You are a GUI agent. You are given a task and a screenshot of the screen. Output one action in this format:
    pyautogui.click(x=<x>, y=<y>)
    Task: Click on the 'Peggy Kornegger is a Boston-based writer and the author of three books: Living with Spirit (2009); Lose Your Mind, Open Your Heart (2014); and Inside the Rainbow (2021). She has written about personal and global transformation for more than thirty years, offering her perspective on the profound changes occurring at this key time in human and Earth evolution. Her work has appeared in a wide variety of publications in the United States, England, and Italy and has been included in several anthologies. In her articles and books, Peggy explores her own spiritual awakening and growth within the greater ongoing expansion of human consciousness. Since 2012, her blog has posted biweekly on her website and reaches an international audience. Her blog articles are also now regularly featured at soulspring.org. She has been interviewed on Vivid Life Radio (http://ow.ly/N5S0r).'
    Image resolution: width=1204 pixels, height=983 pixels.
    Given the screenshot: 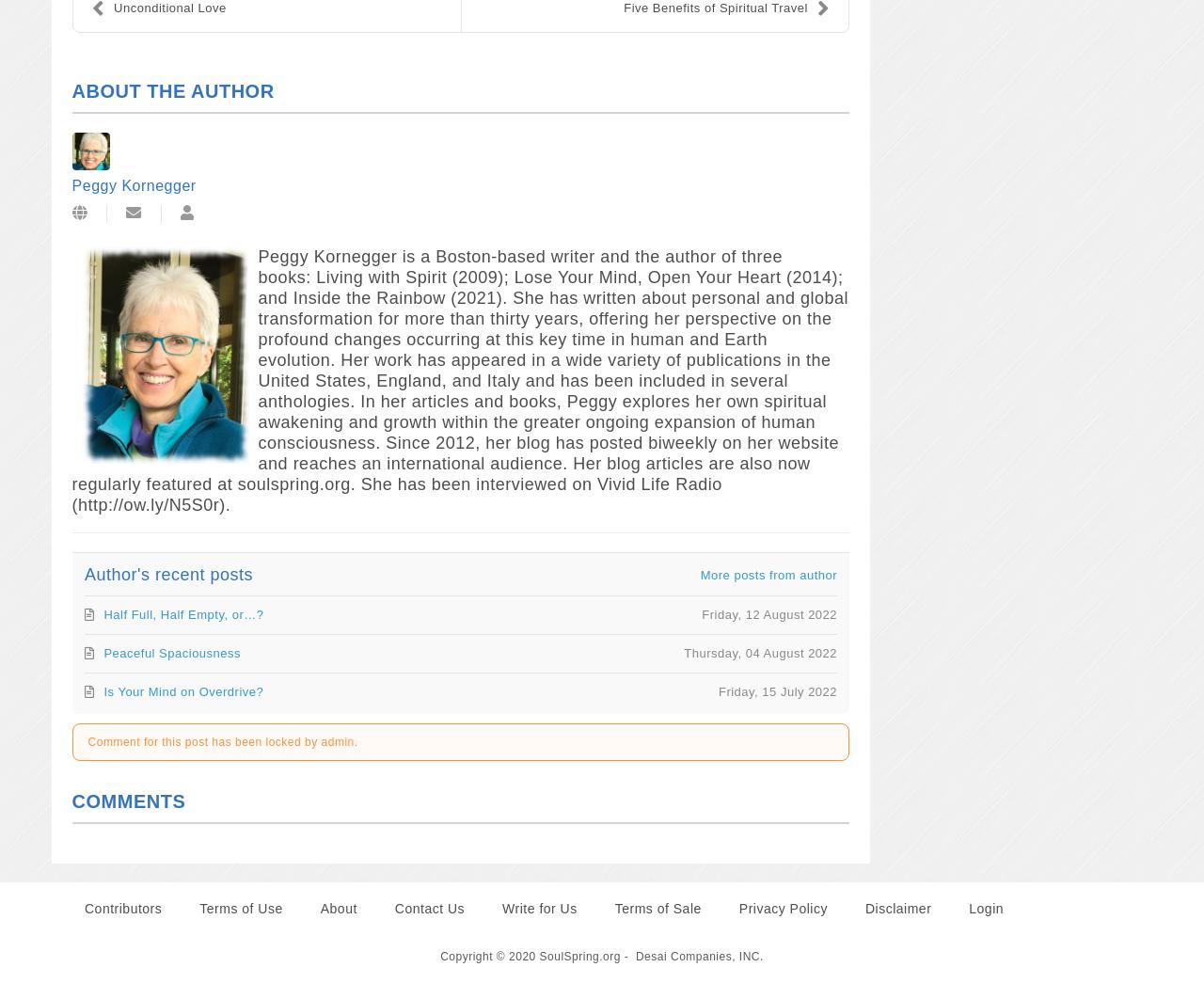 What is the action you would take?
    pyautogui.click(x=459, y=380)
    